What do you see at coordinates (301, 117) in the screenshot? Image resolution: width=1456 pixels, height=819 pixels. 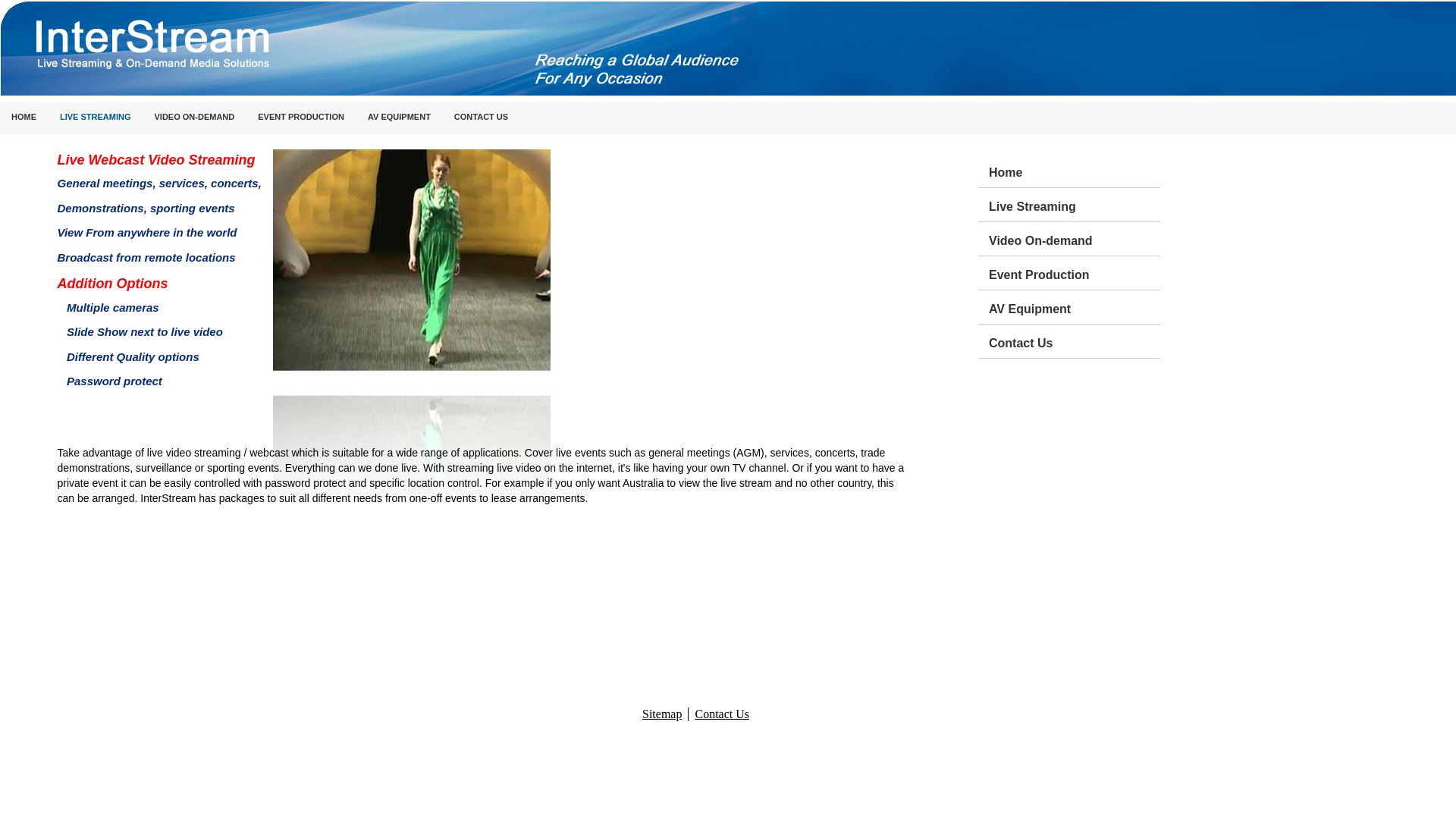 I see `'EVENT PRODUCTION'` at bounding box center [301, 117].